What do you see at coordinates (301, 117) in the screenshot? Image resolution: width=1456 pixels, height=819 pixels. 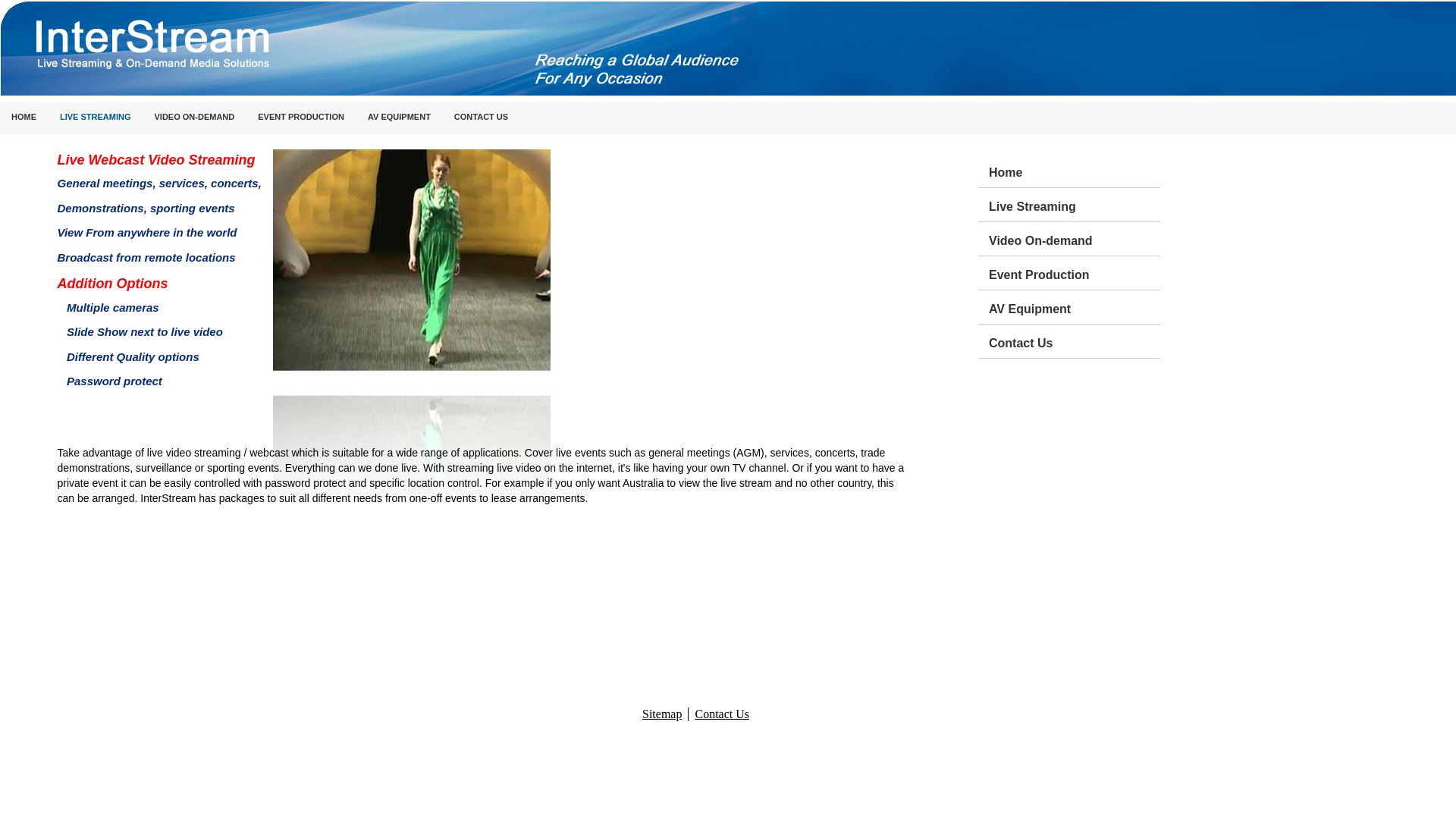 I see `'EVENT PRODUCTION'` at bounding box center [301, 117].